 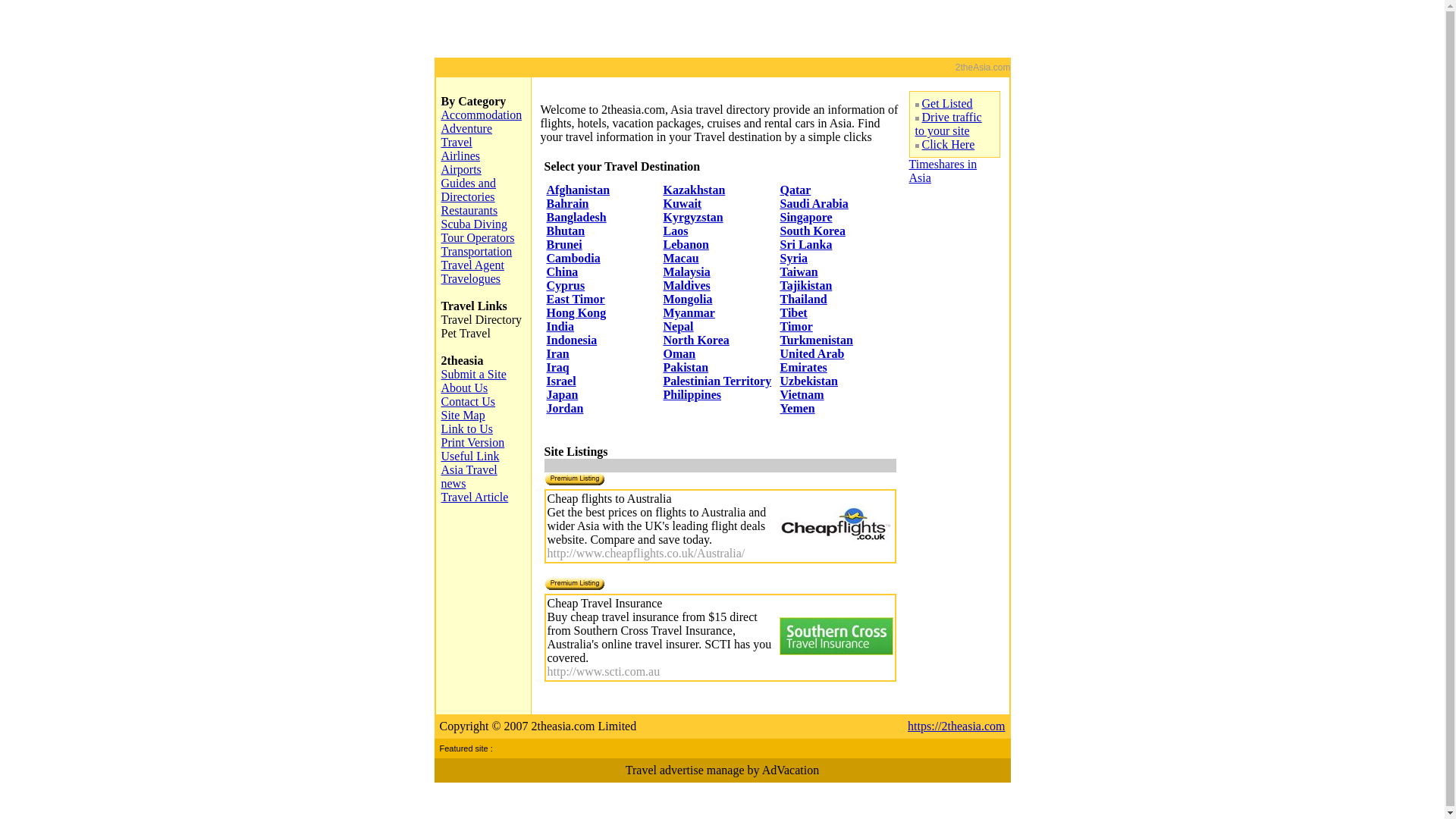 I want to click on 'Bangladesh', so click(x=575, y=217).